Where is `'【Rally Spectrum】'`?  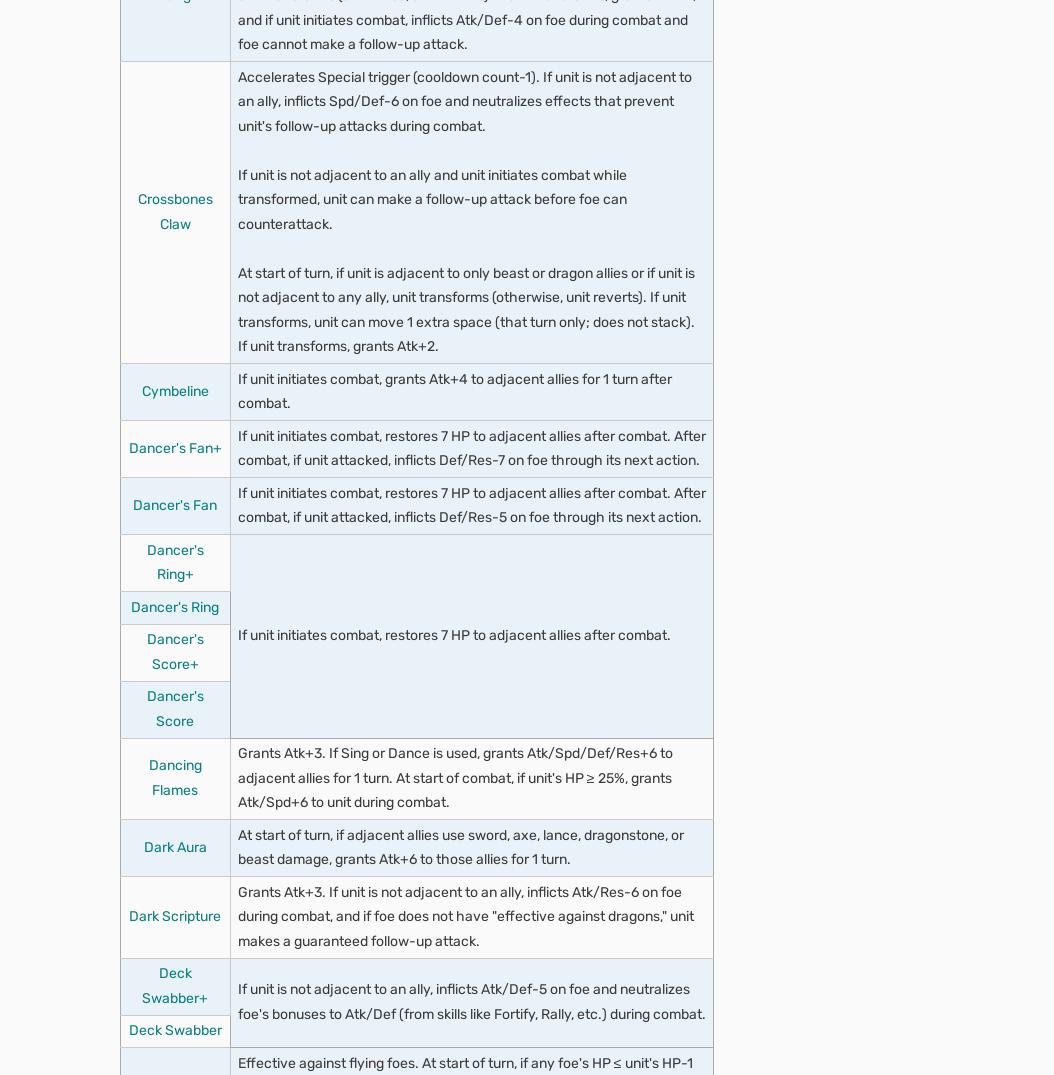
'【Rally Spectrum】' is located at coordinates (322, 1039).